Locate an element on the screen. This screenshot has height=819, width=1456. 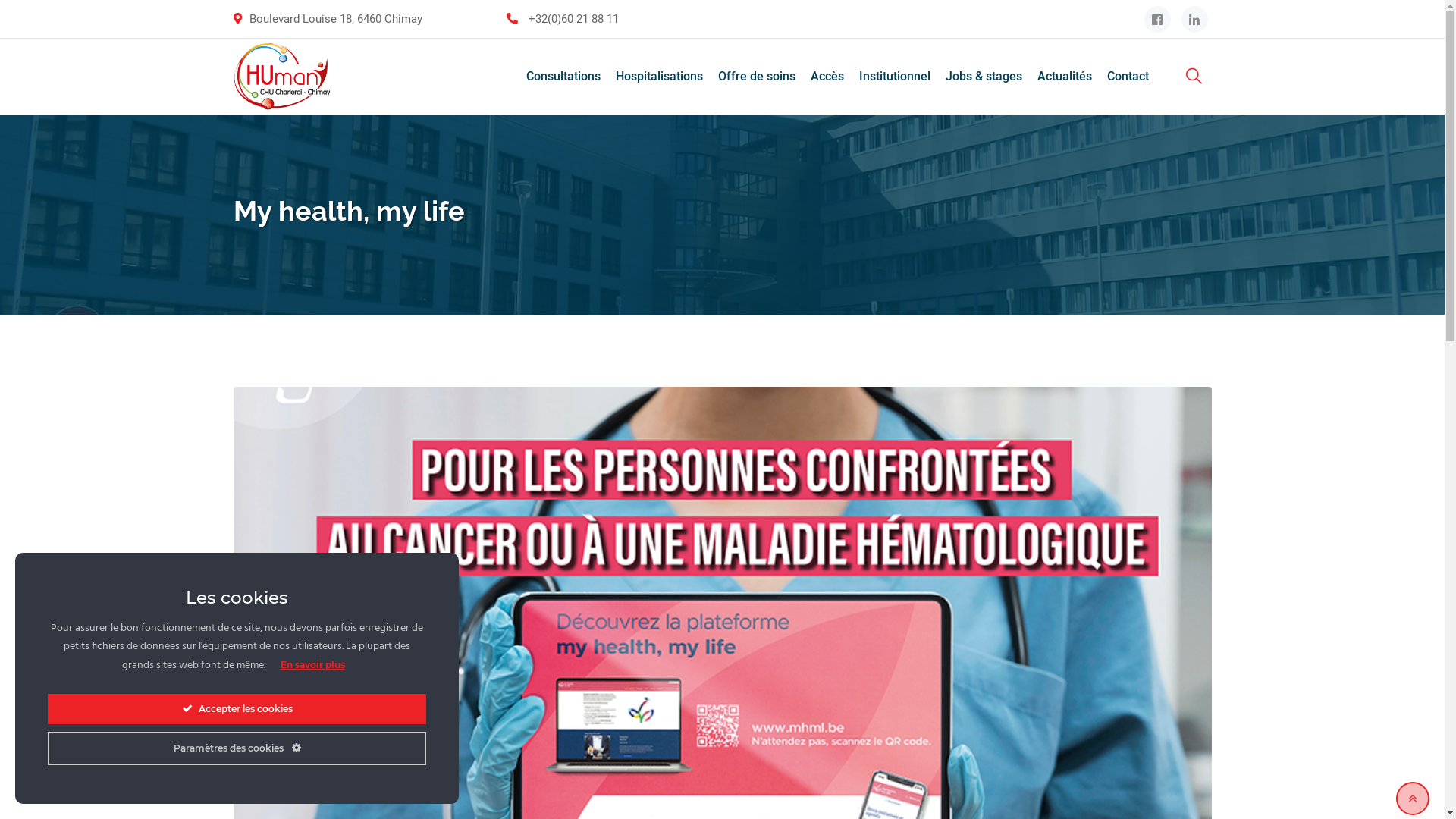
'Jobs & stages' is located at coordinates (938, 76).